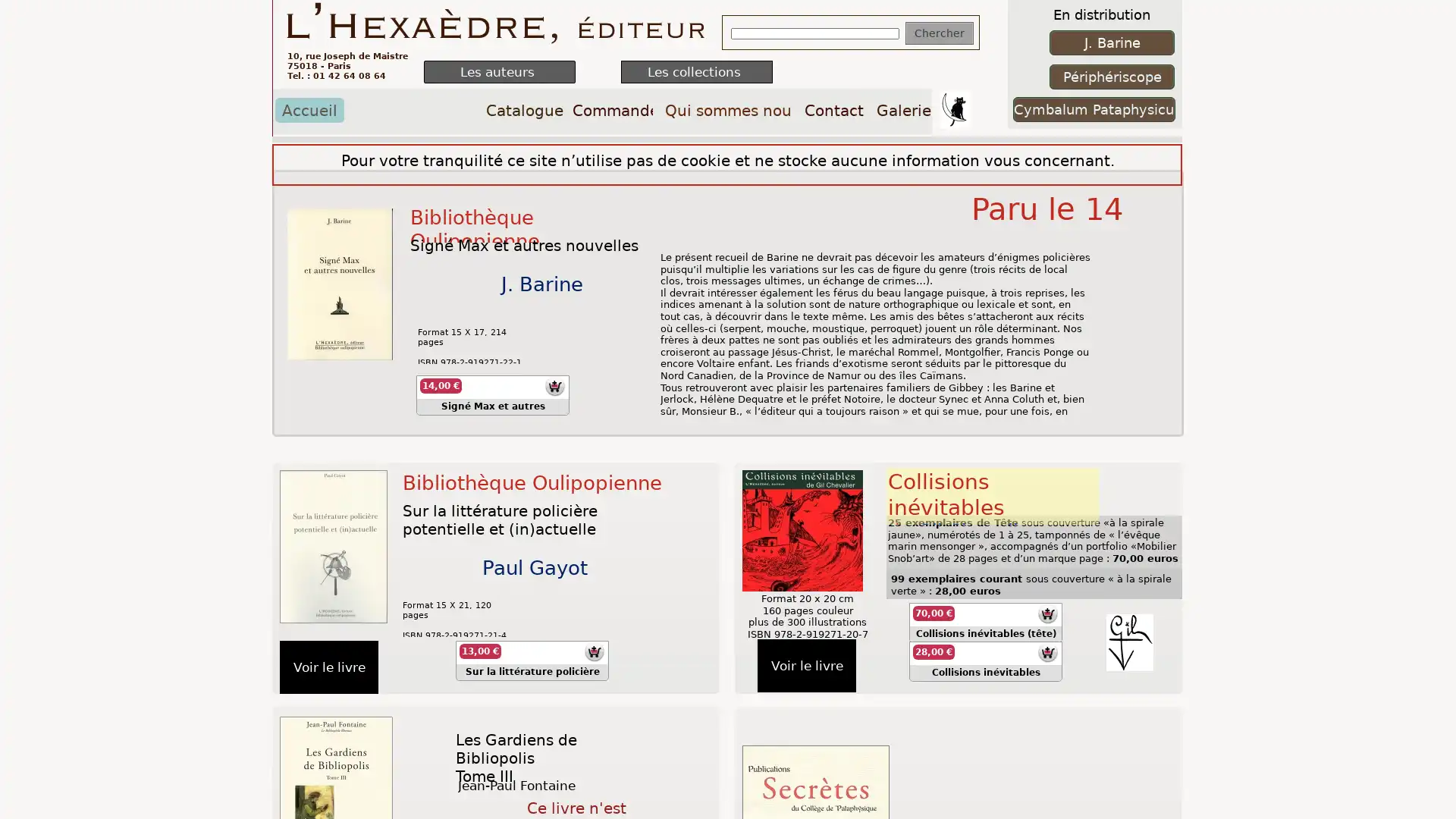  What do you see at coordinates (328, 666) in the screenshot?
I see `Voir le livre` at bounding box center [328, 666].